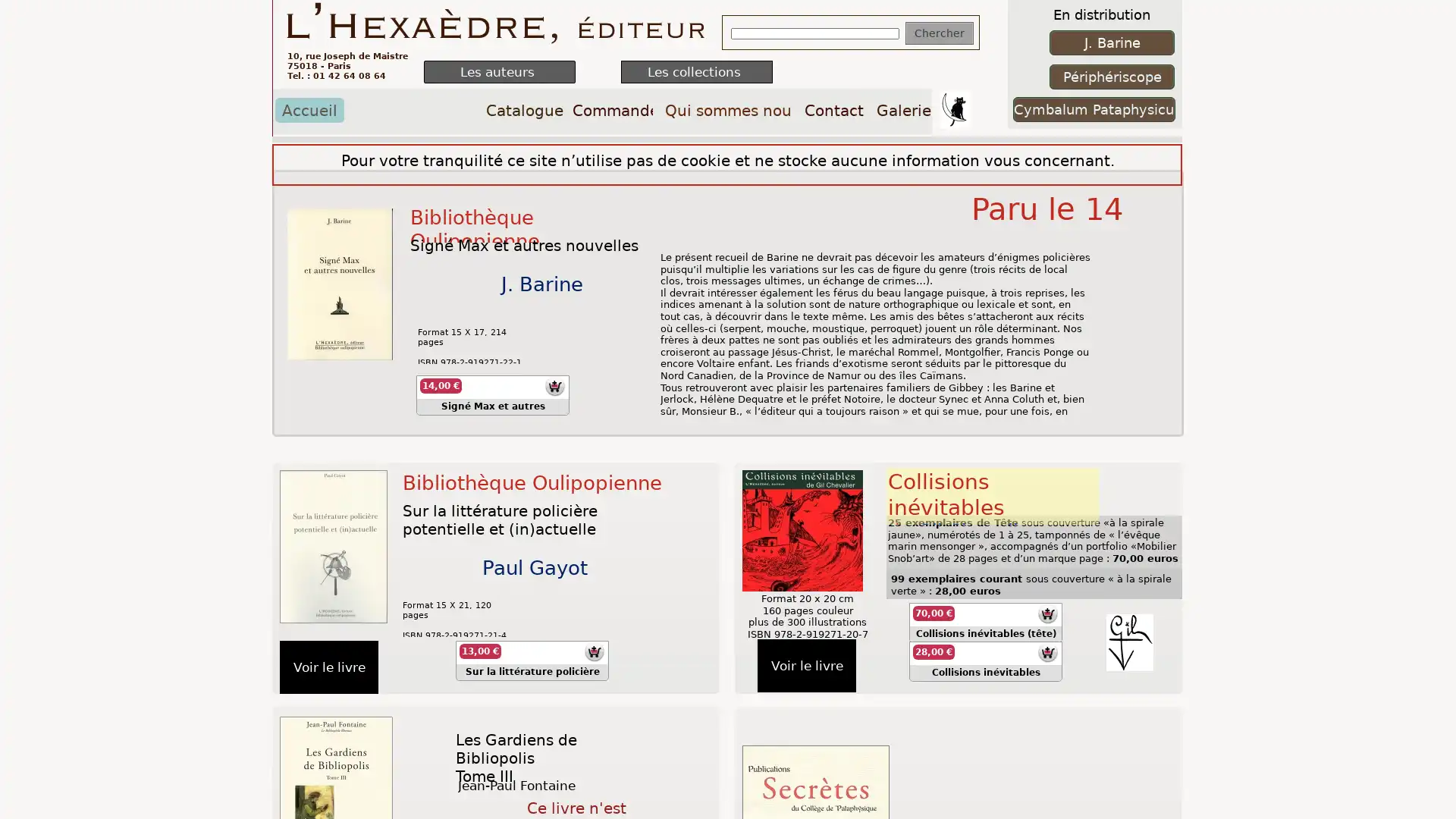  What do you see at coordinates (328, 666) in the screenshot?
I see `Voir le livre` at bounding box center [328, 666].